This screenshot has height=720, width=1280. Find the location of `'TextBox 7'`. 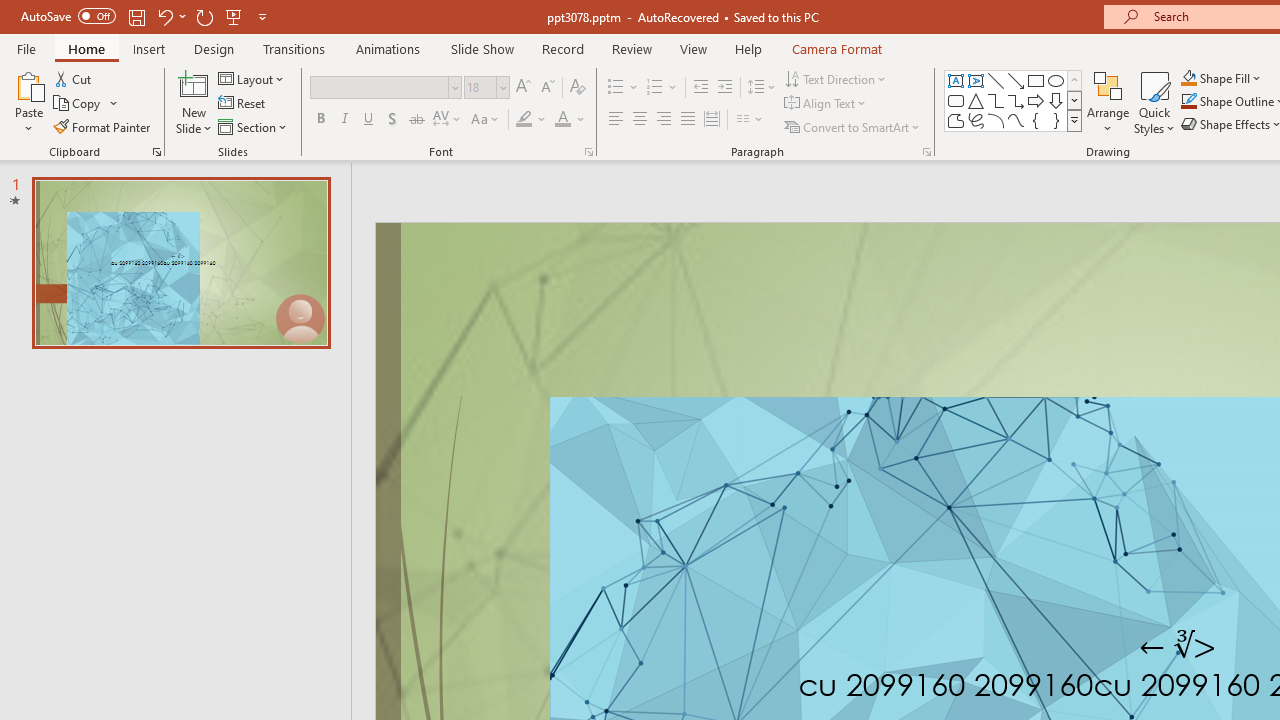

'TextBox 7' is located at coordinates (1178, 646).